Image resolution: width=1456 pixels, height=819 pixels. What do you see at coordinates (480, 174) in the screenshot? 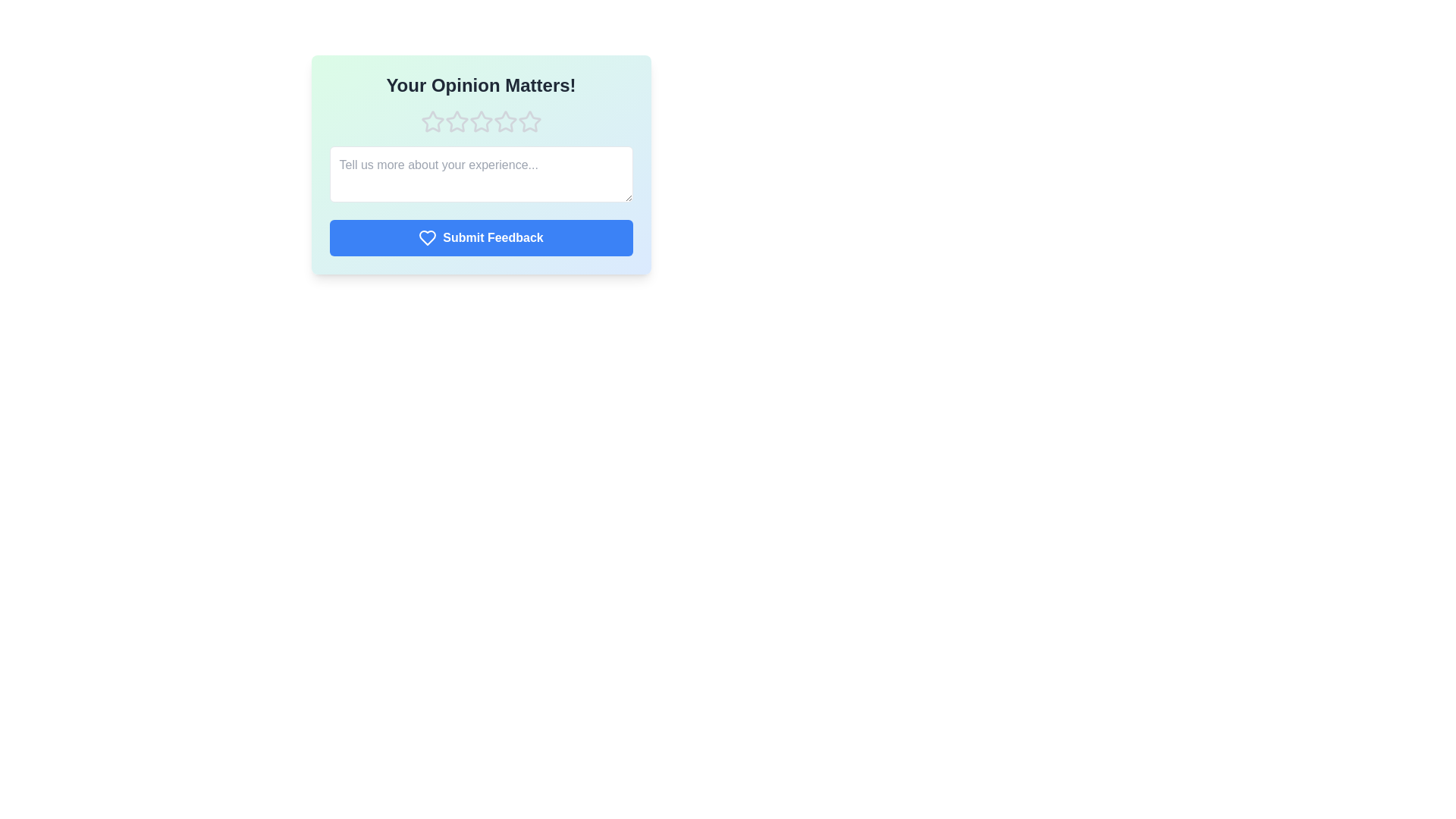
I see `the text input field (textarea) that has the placeholder text 'Tell us more about your experience...' to focus on it` at bounding box center [480, 174].